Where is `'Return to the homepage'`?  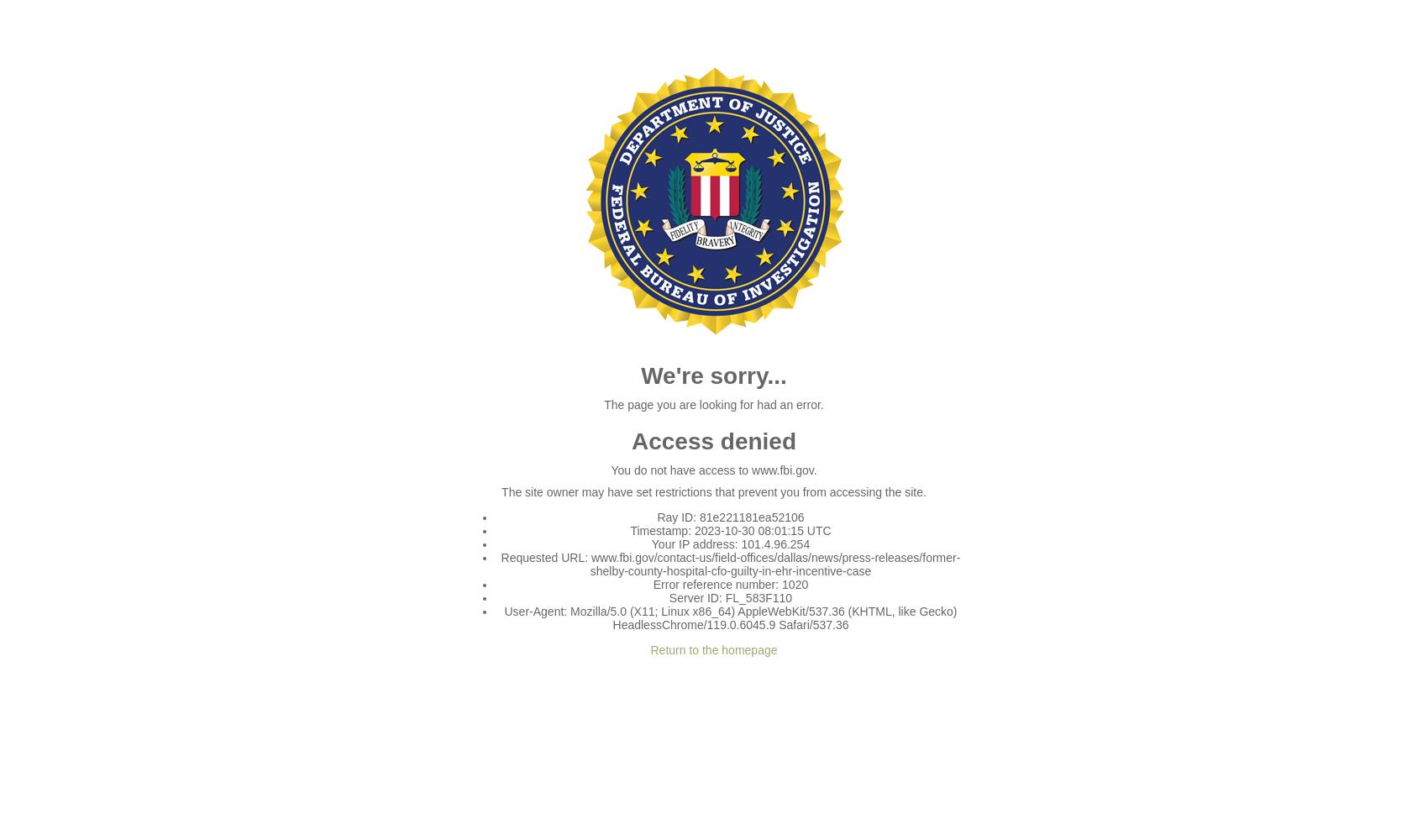
'Return to the homepage' is located at coordinates (712, 650).